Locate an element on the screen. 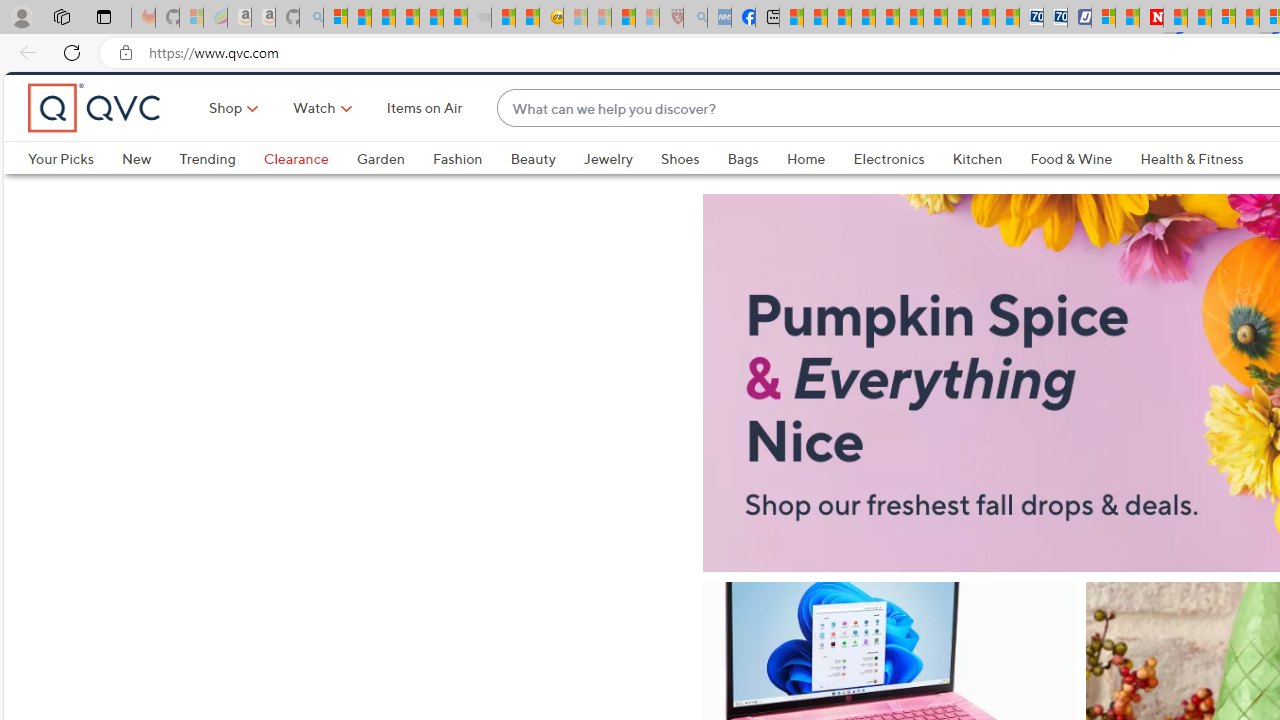  'New' is located at coordinates (135, 192).